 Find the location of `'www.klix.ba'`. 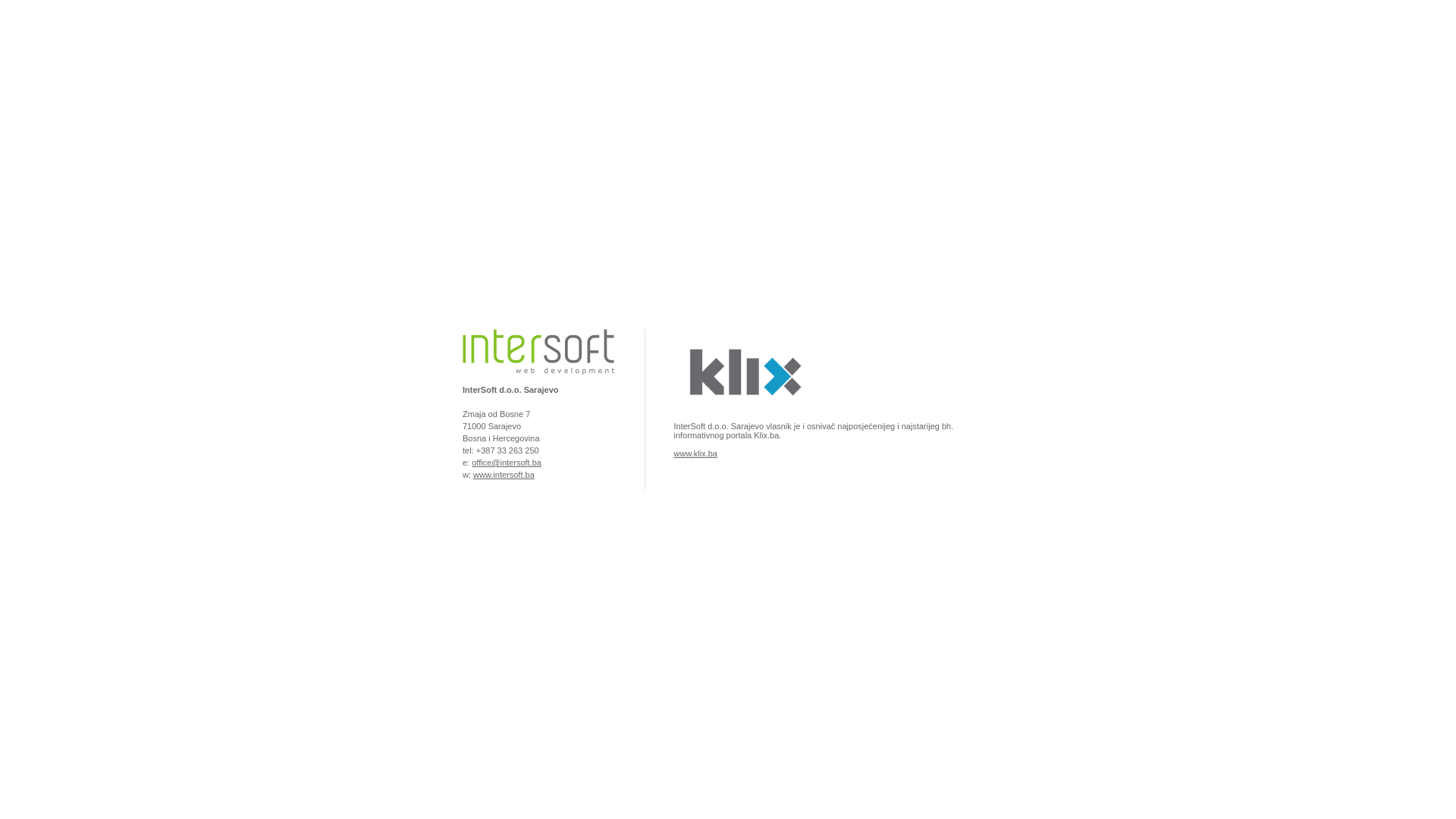

'www.klix.ba' is located at coordinates (673, 452).